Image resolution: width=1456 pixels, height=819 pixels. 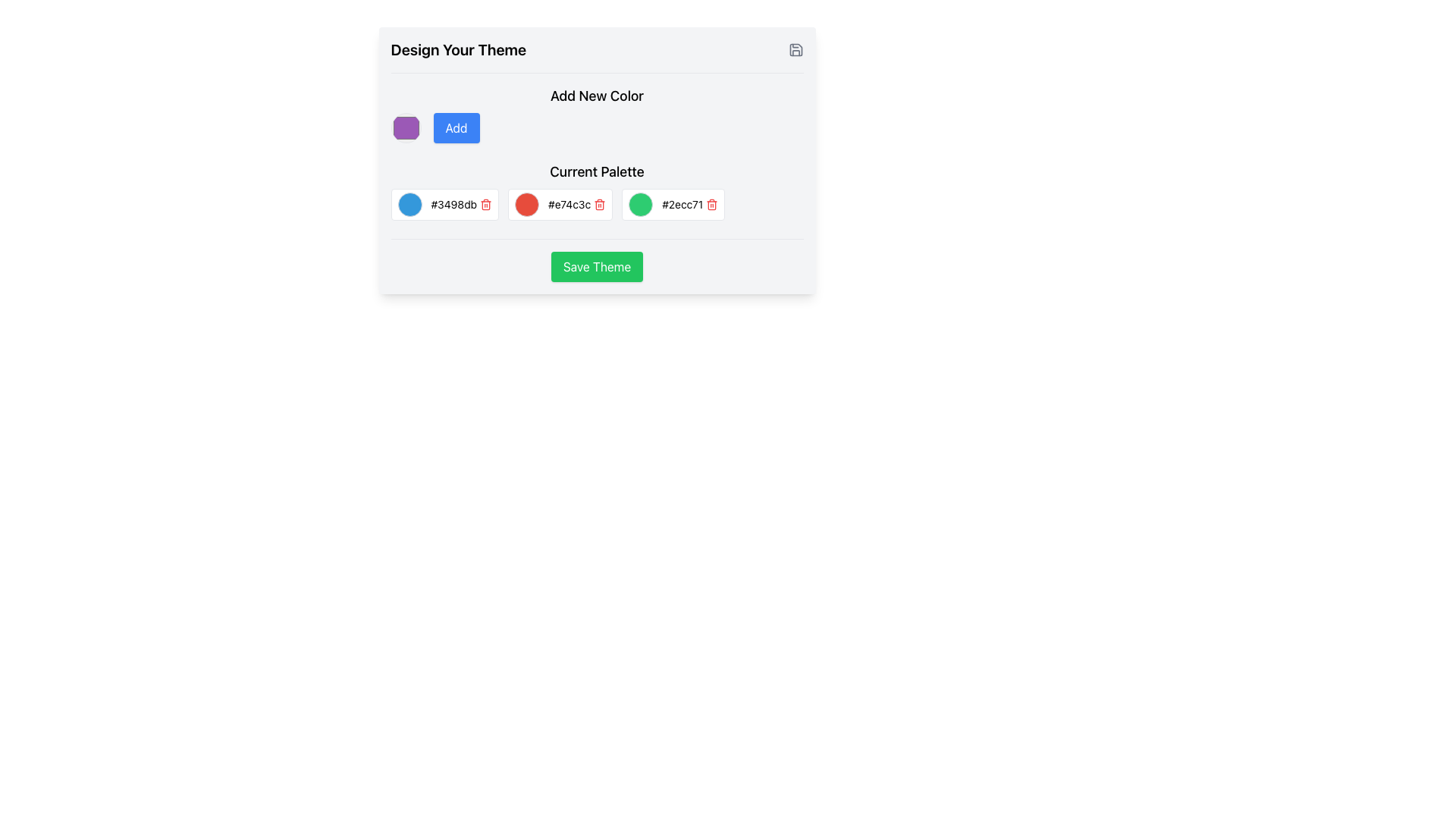 I want to click on the button that removes the color '#3498db' from the palette, located as the rightmost item in a horizontal group containing a circular blue color representation and its associated color code text, so click(x=486, y=205).